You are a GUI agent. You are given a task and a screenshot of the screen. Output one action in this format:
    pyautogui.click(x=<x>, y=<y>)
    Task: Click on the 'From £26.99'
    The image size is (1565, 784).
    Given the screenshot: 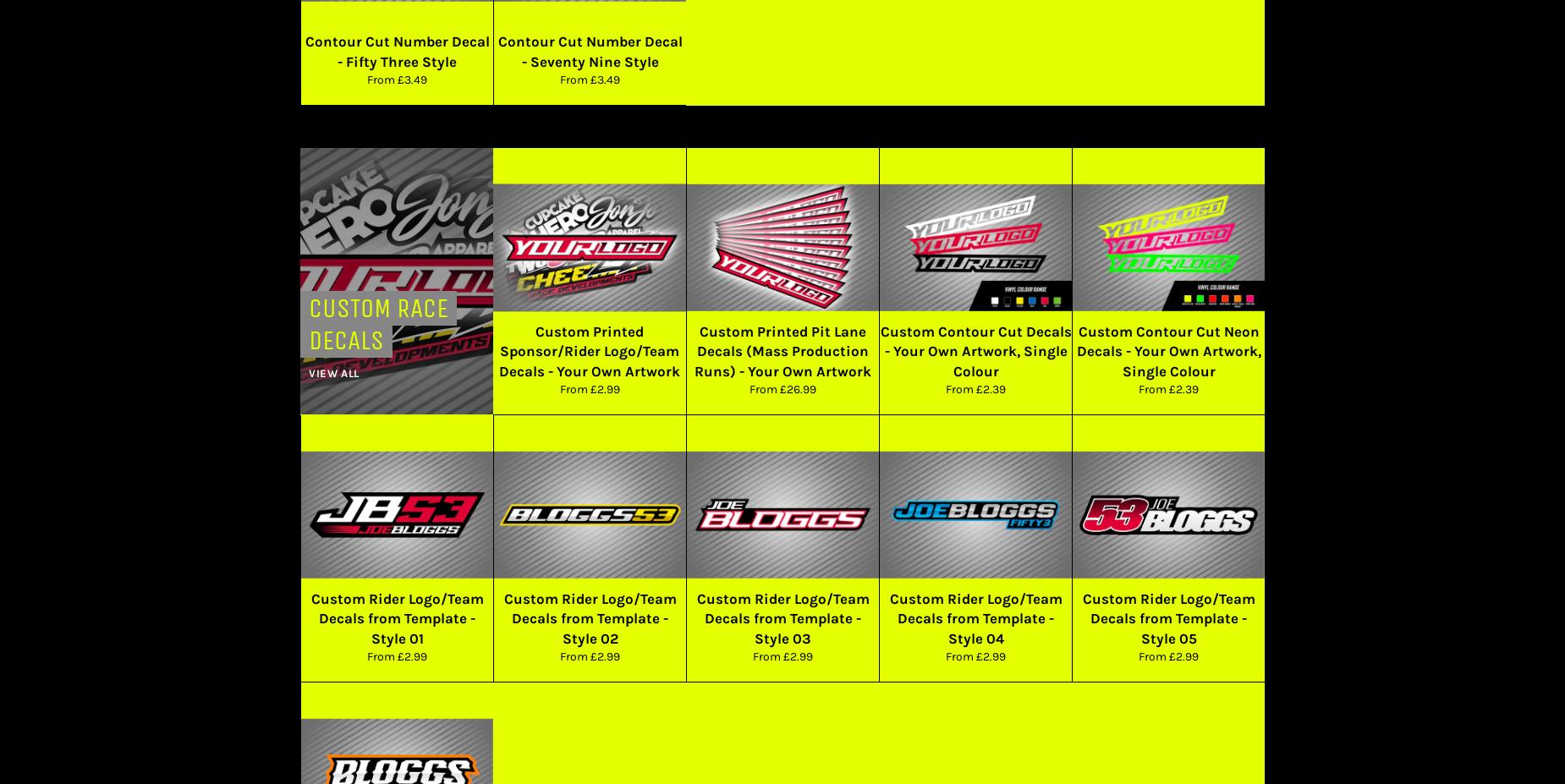 What is the action you would take?
    pyautogui.click(x=782, y=388)
    